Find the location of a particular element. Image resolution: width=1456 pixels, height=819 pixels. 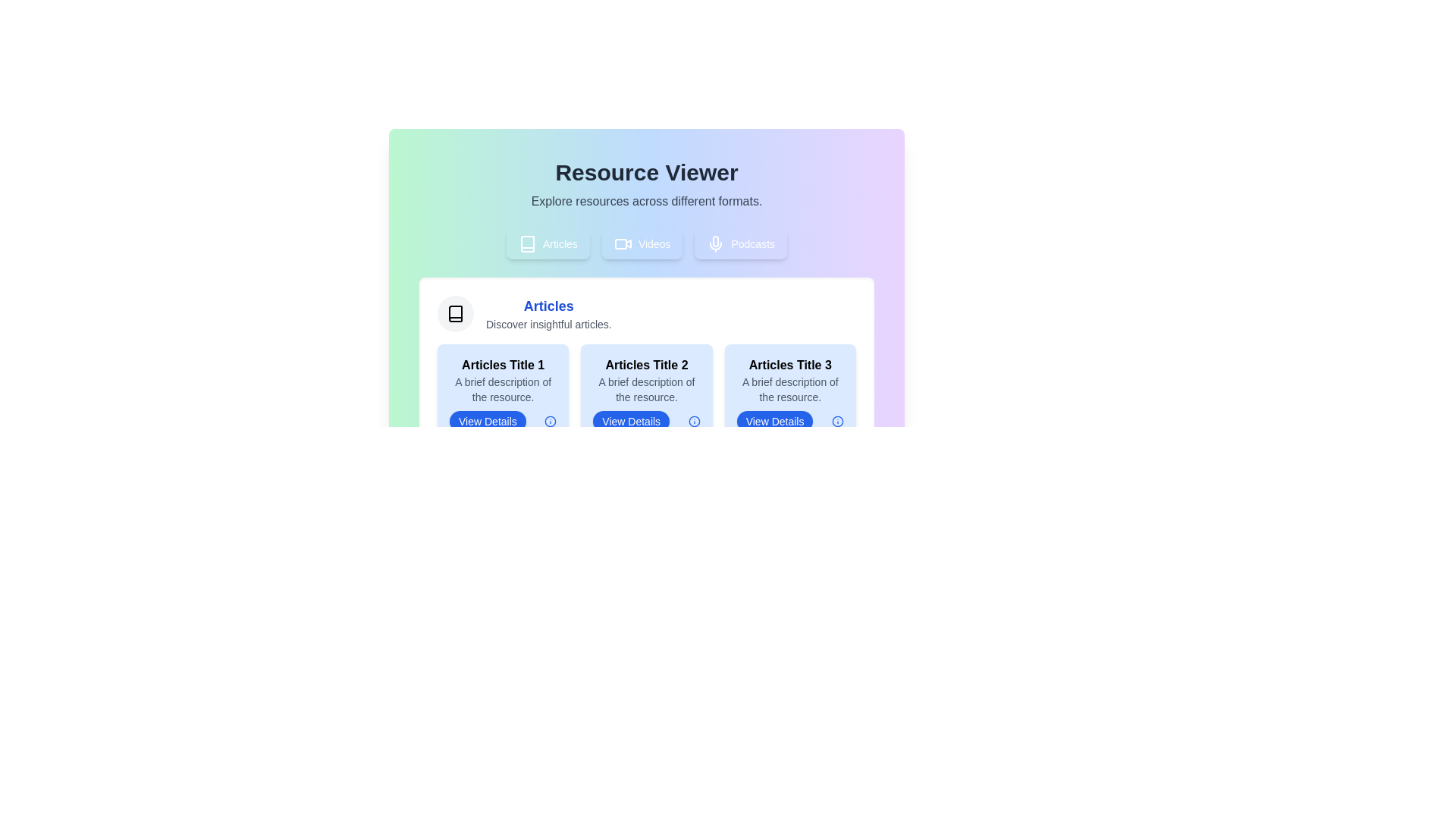

the 'Podcasts' button, which is the third button in a horizontal group of three buttons labeled 'Articles', 'Videos', and 'Podcasts' is located at coordinates (741, 243).